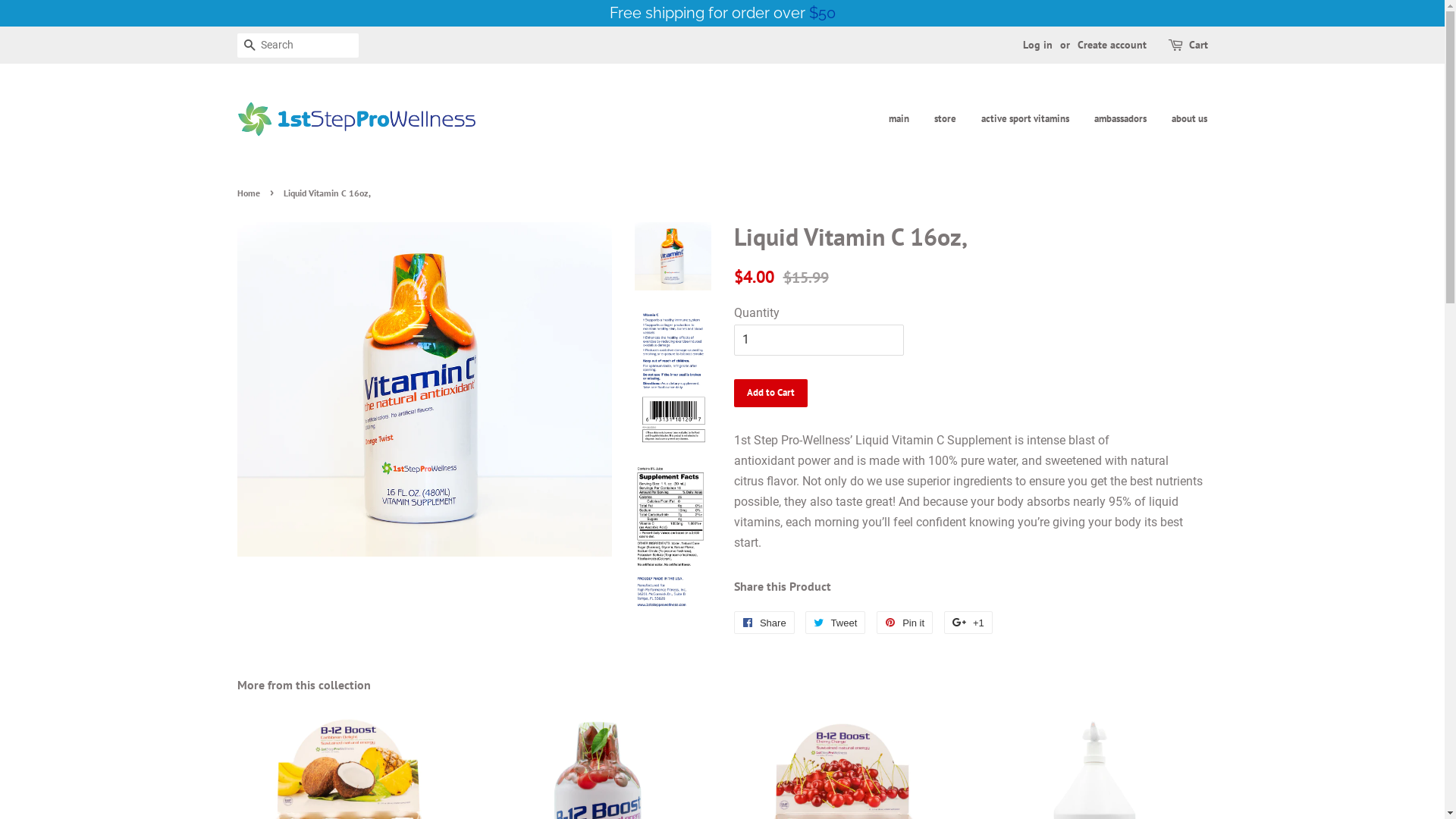 The image size is (1456, 819). Describe the element at coordinates (248, 45) in the screenshot. I see `'Search'` at that location.